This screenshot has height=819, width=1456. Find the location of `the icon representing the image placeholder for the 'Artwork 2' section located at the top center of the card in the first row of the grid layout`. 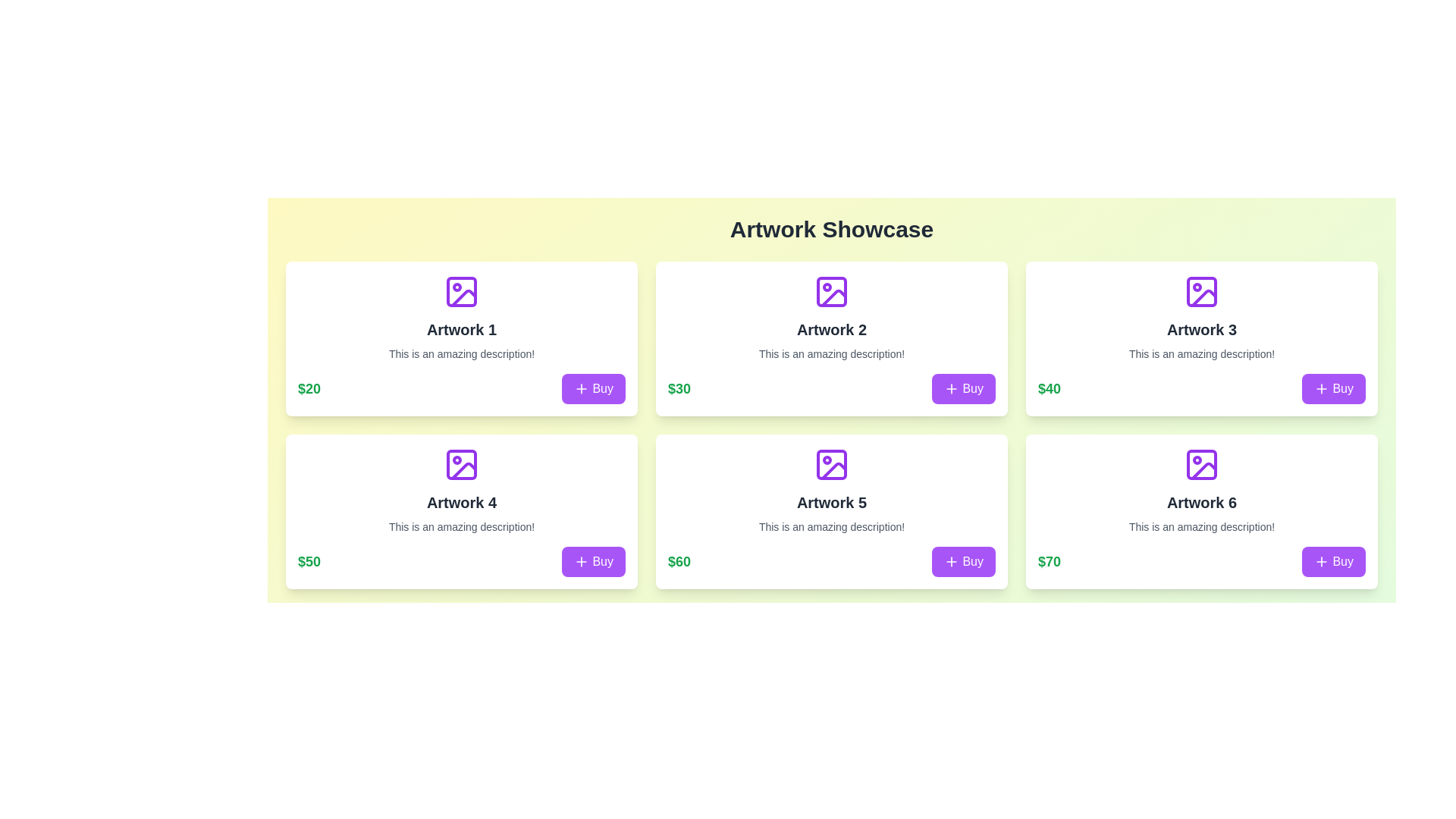

the icon representing the image placeholder for the 'Artwork 2' section located at the top center of the card in the first row of the grid layout is located at coordinates (831, 292).